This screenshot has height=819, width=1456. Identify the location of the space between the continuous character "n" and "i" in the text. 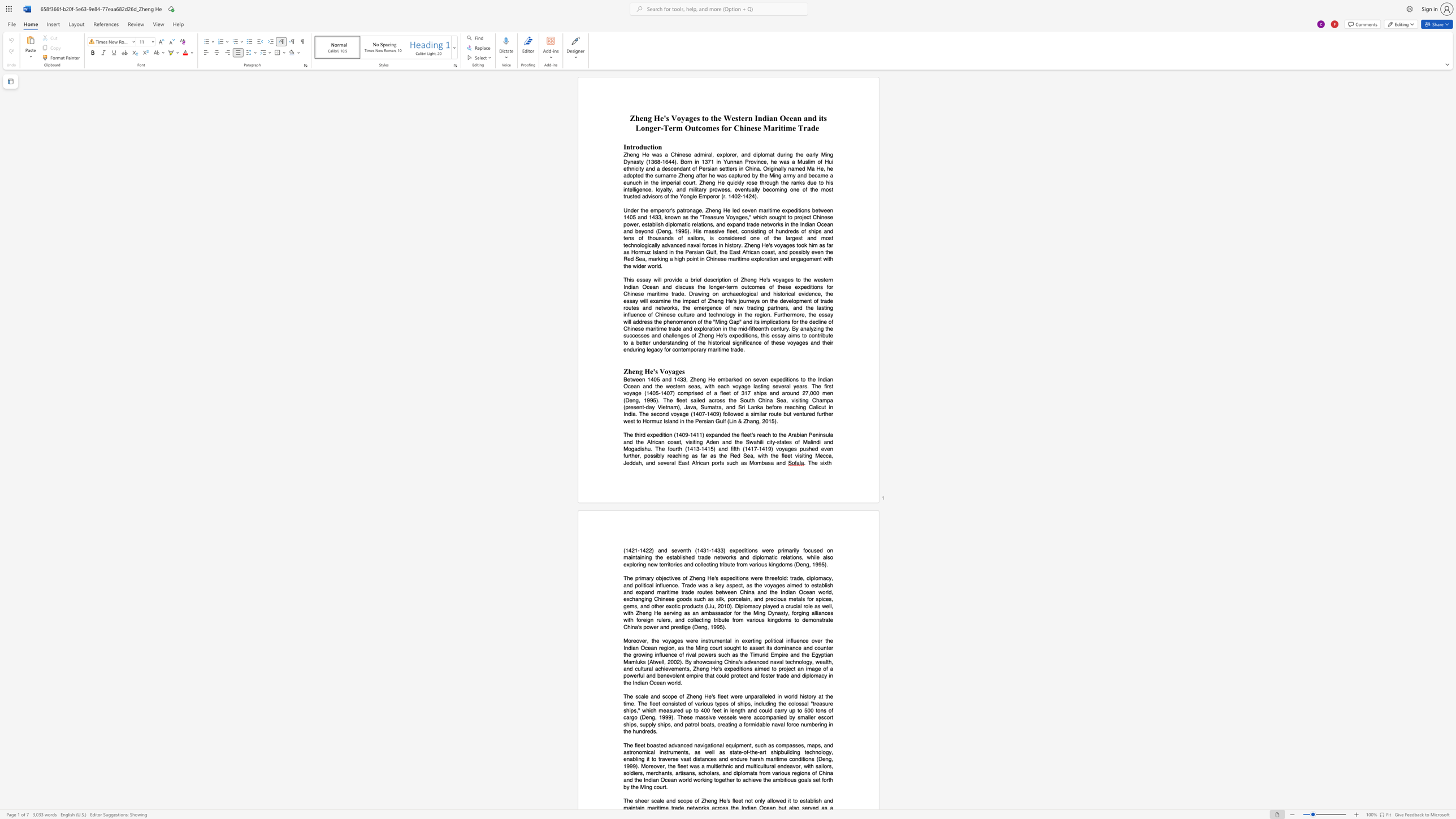
(643, 557).